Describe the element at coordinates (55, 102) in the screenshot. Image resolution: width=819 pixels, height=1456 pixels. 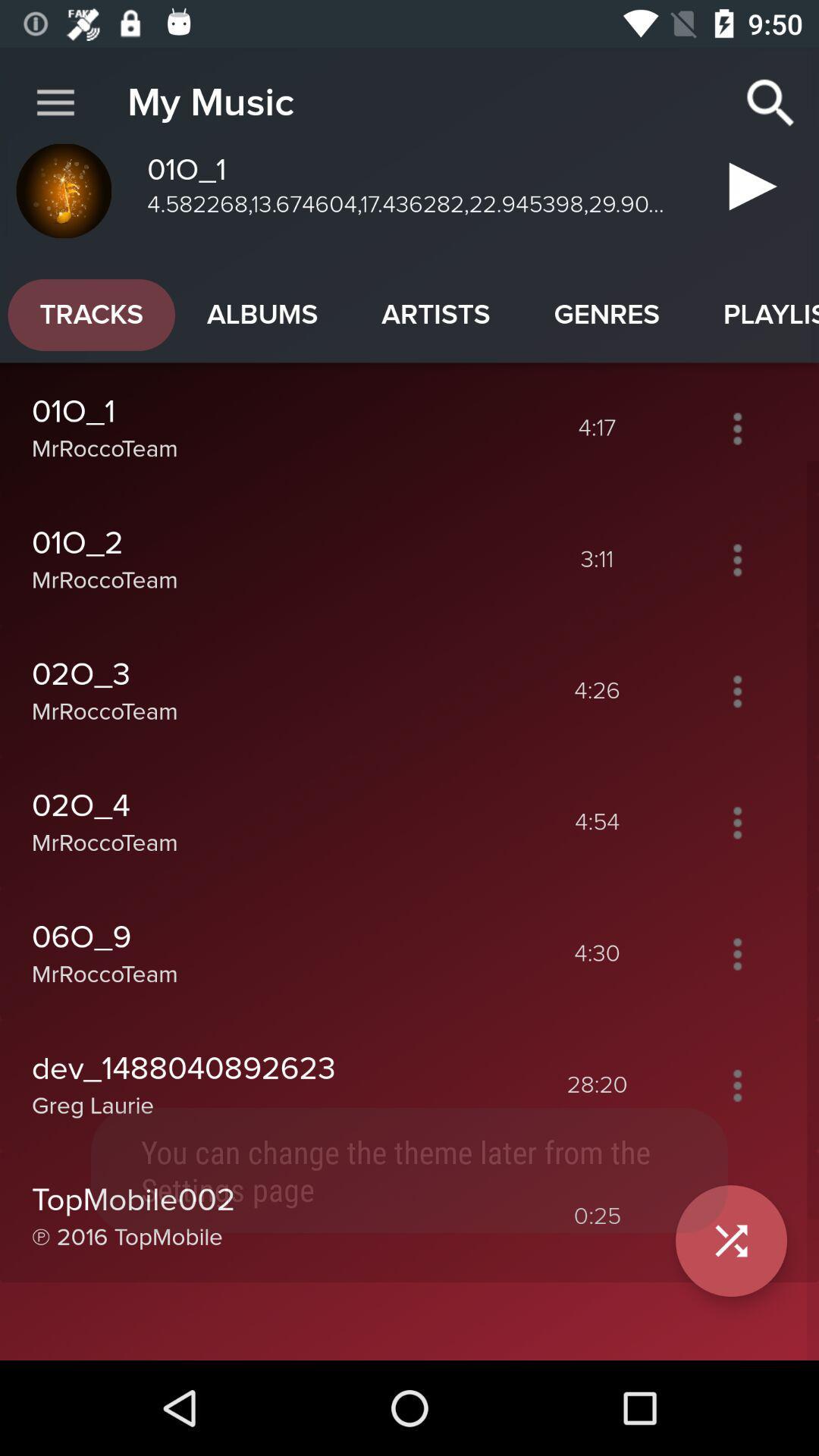
I see `app above tracks item` at that location.